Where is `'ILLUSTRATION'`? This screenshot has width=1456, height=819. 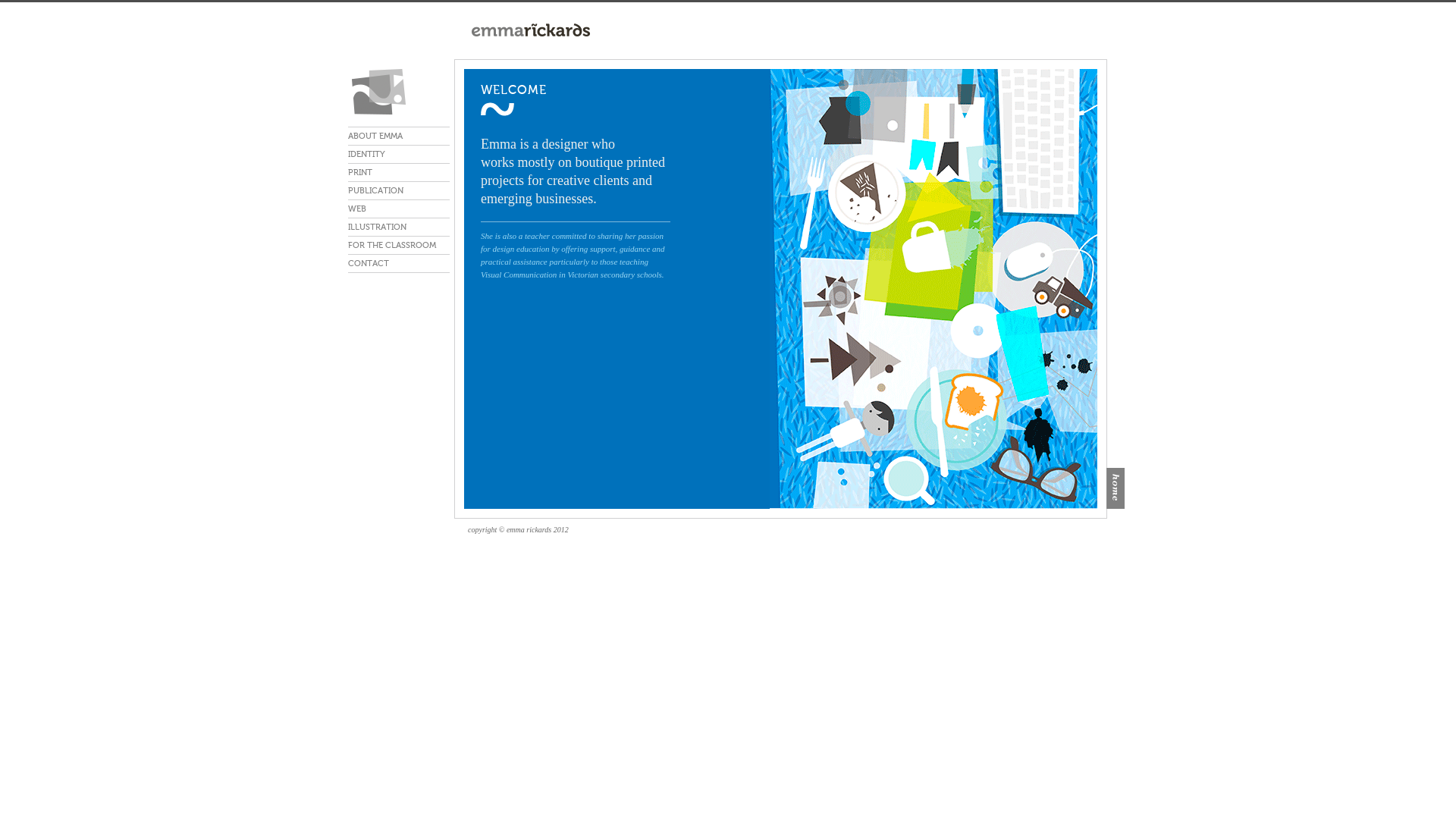 'ILLUSTRATION' is located at coordinates (399, 227).